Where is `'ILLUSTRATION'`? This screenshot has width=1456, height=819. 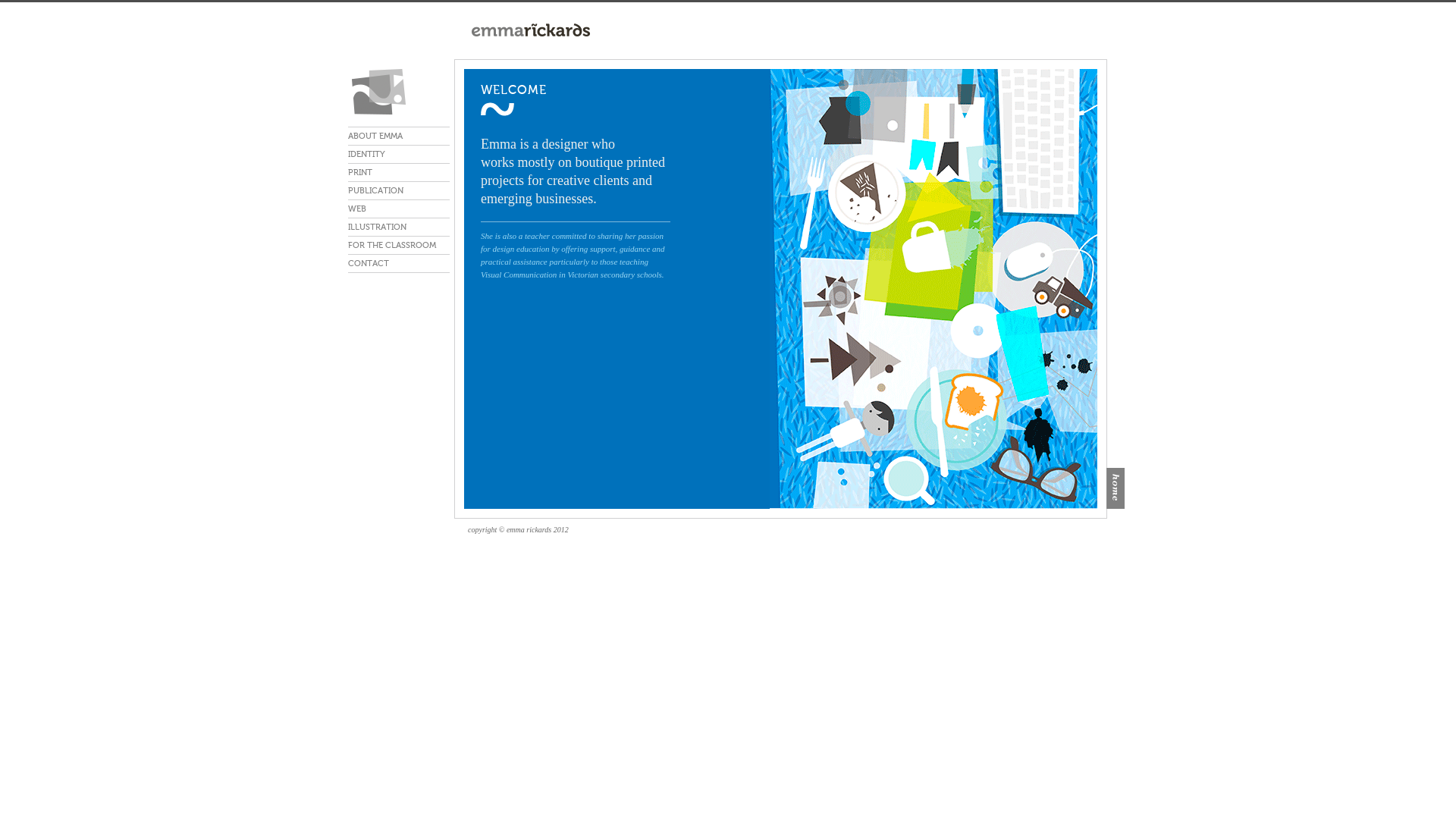 'ILLUSTRATION' is located at coordinates (399, 227).